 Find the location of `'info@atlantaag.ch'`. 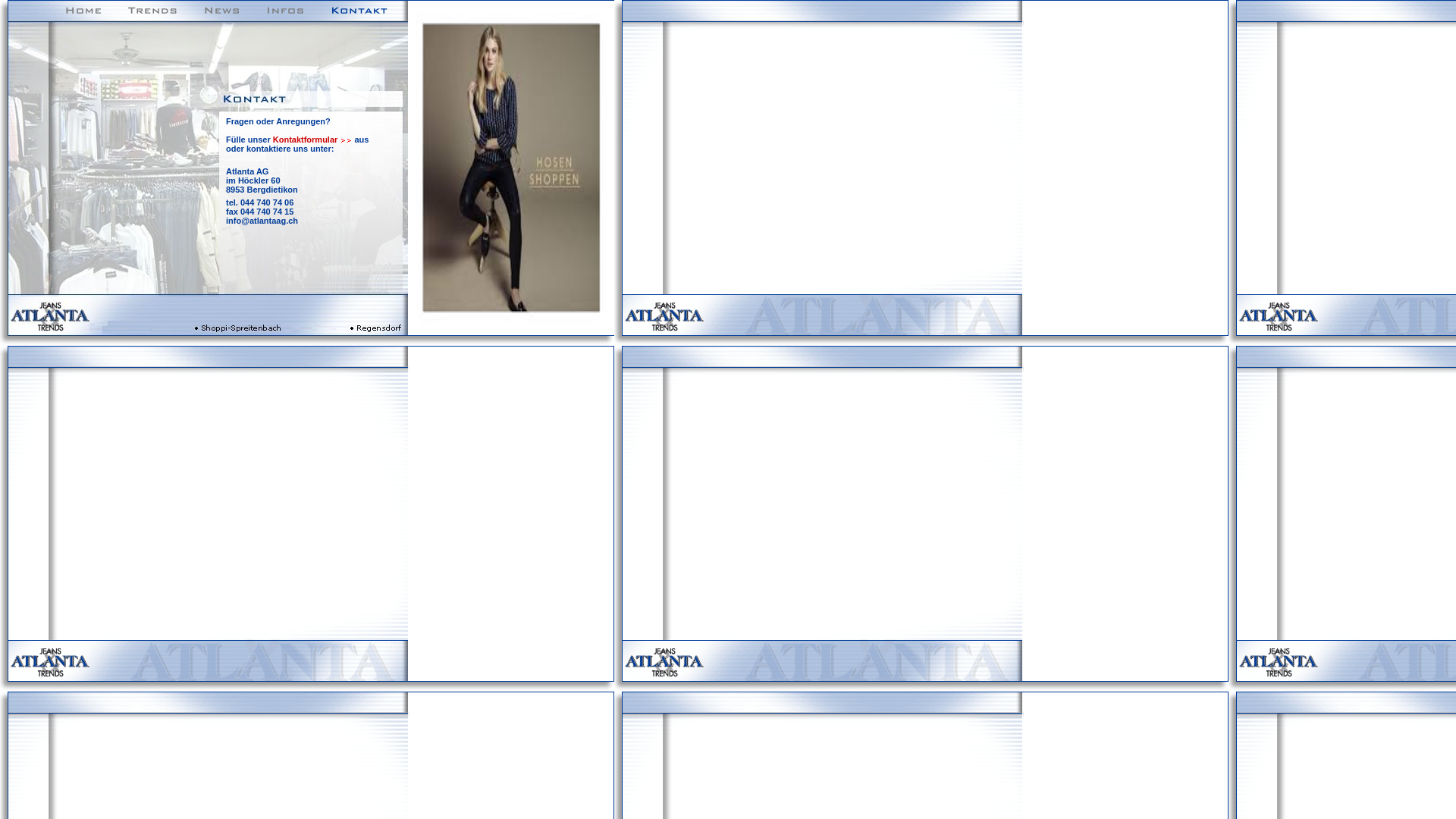

'info@atlantaag.ch' is located at coordinates (262, 220).